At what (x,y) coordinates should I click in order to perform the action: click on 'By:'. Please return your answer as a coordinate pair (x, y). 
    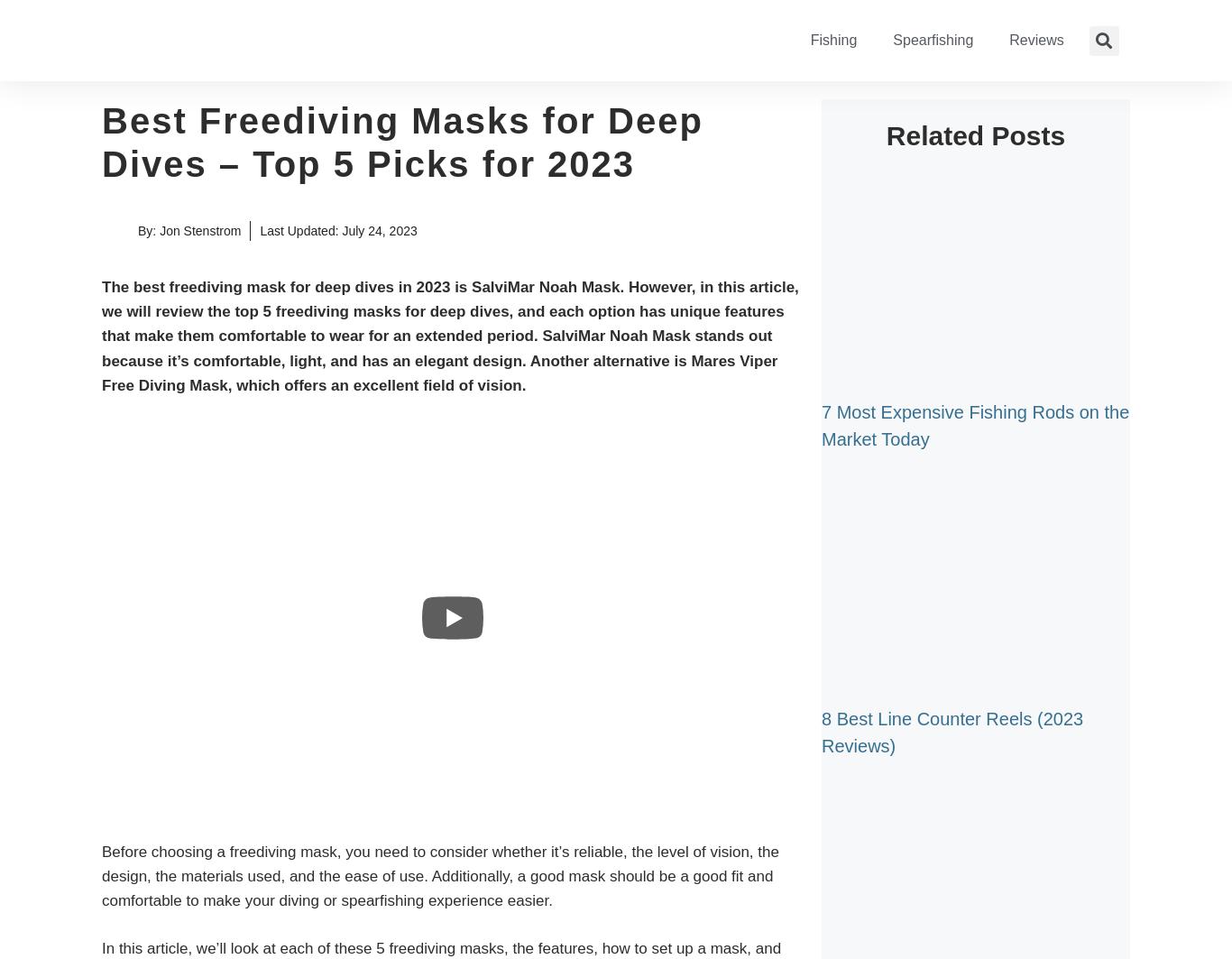
    Looking at the image, I should click on (148, 230).